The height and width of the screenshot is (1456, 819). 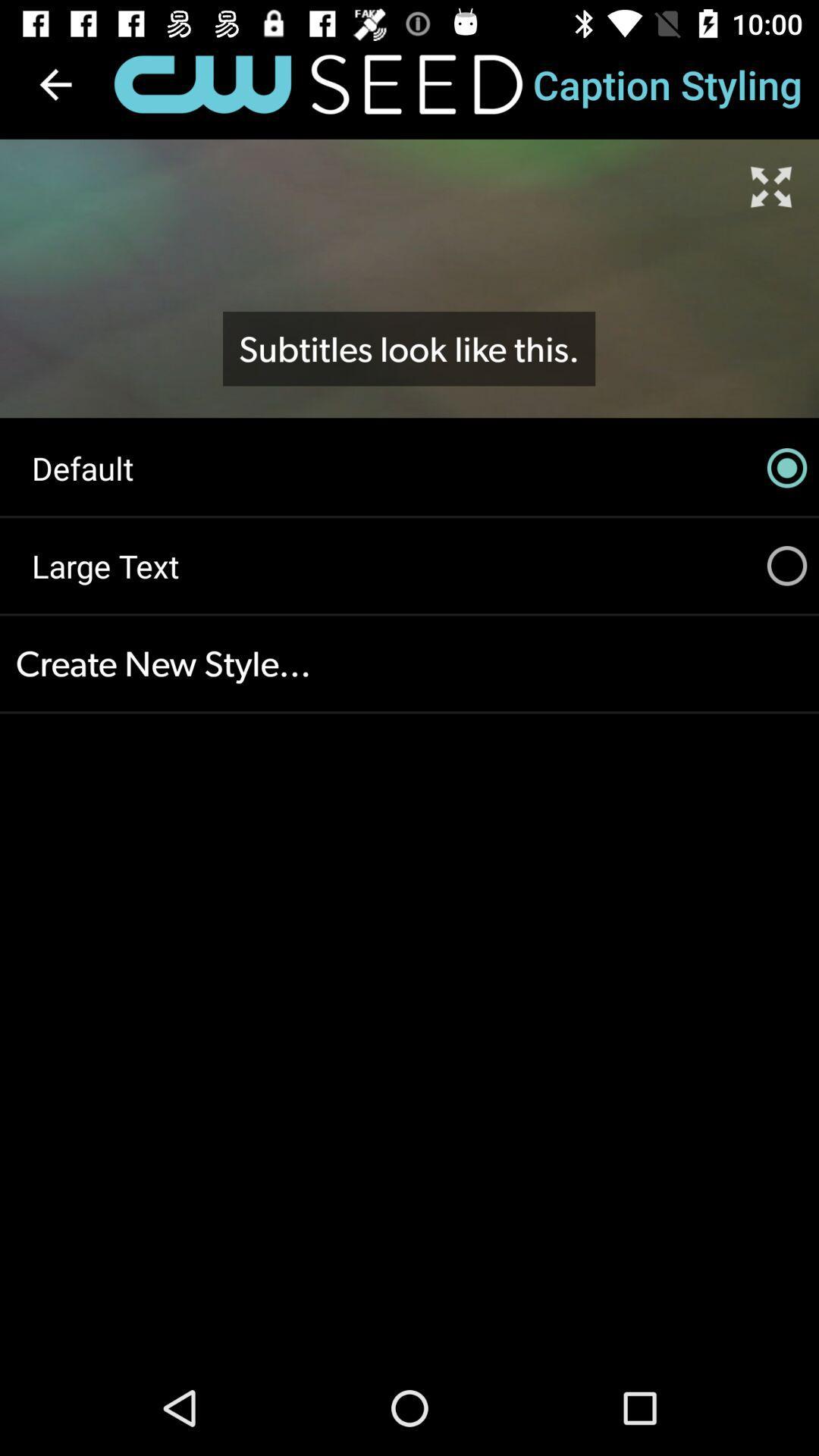 I want to click on subtitles look like icon, so click(x=408, y=348).